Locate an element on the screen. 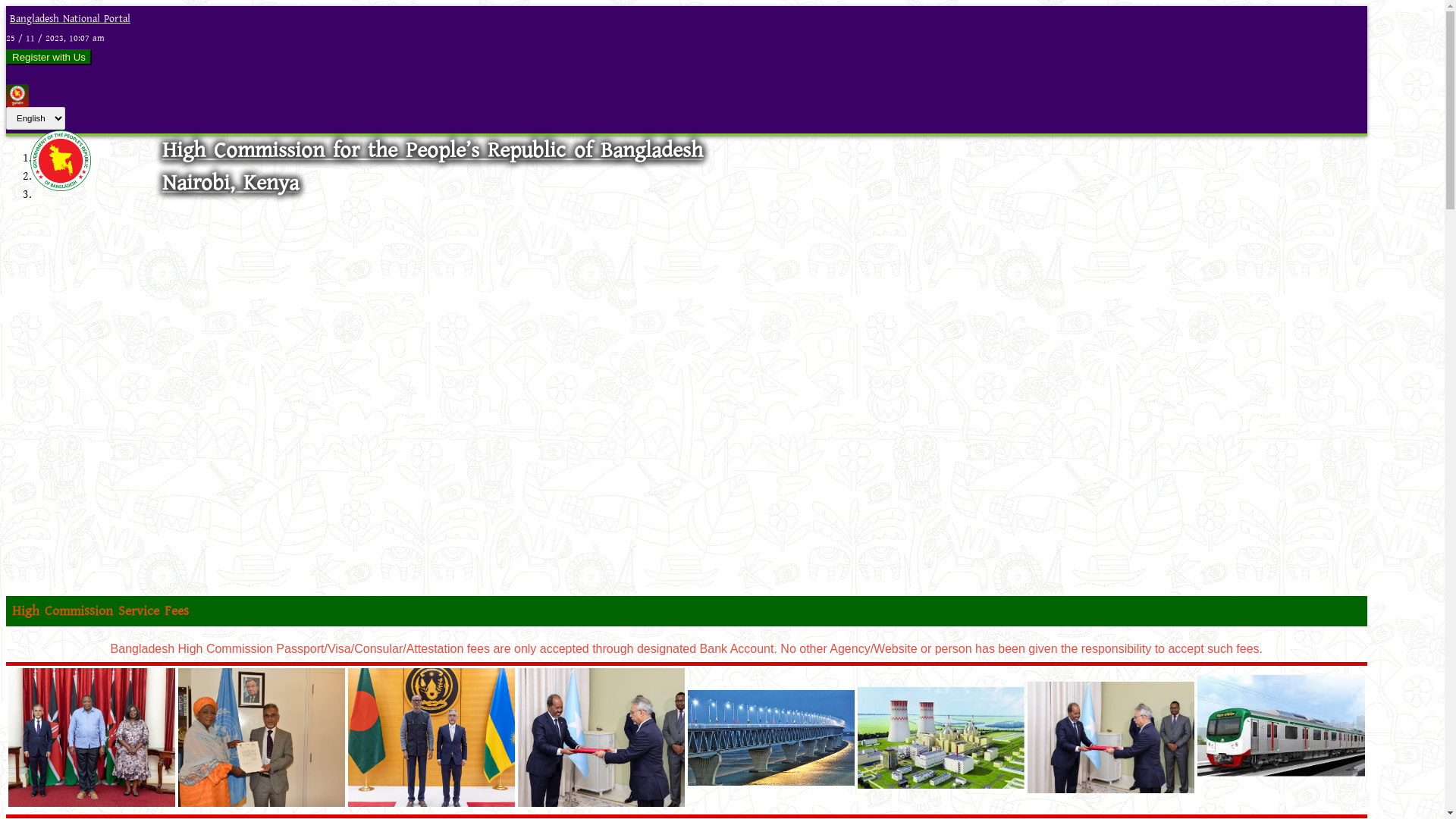  'Register with Us' is located at coordinates (49, 56).